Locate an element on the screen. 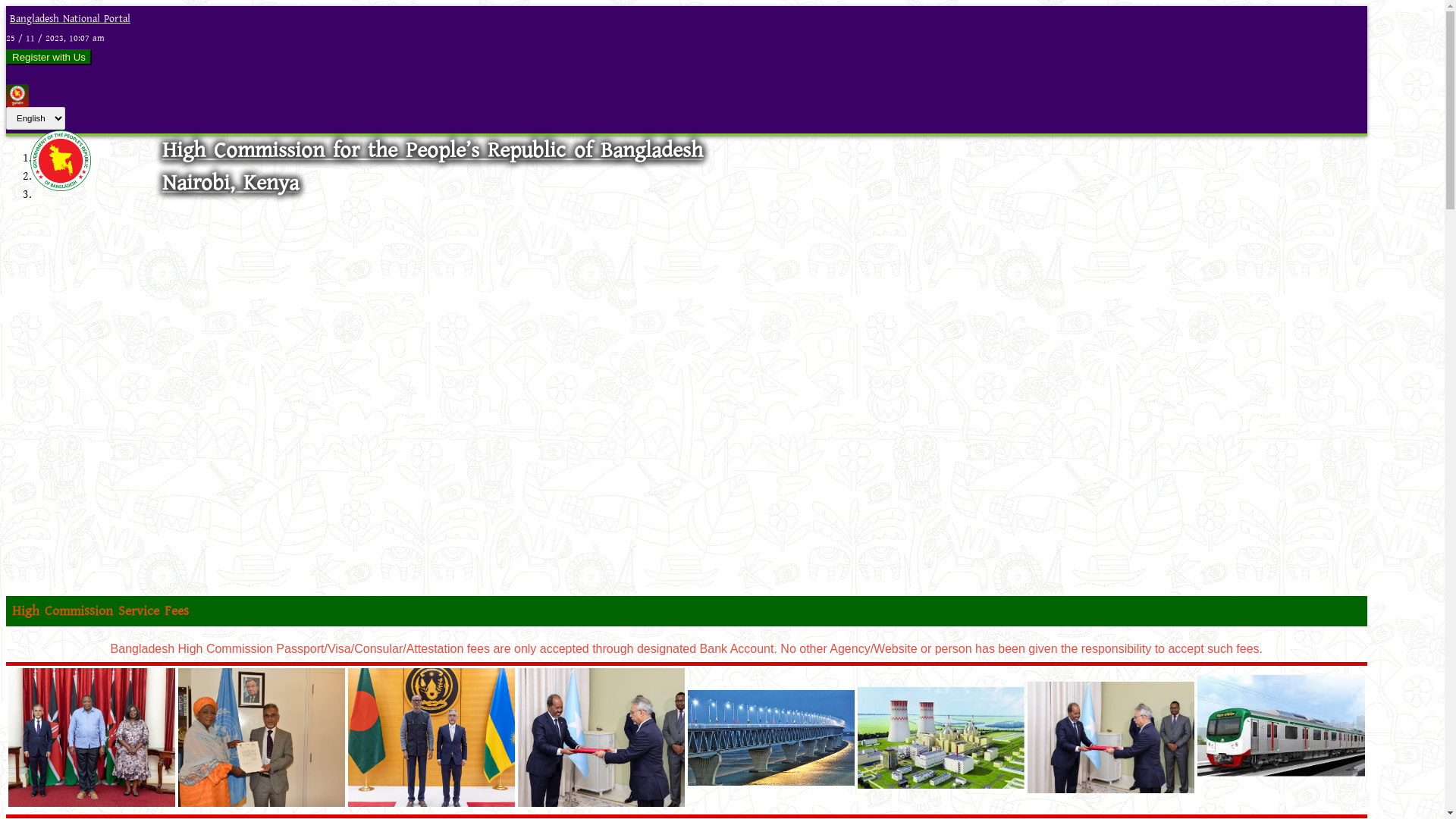  'Register with Us' is located at coordinates (49, 56).